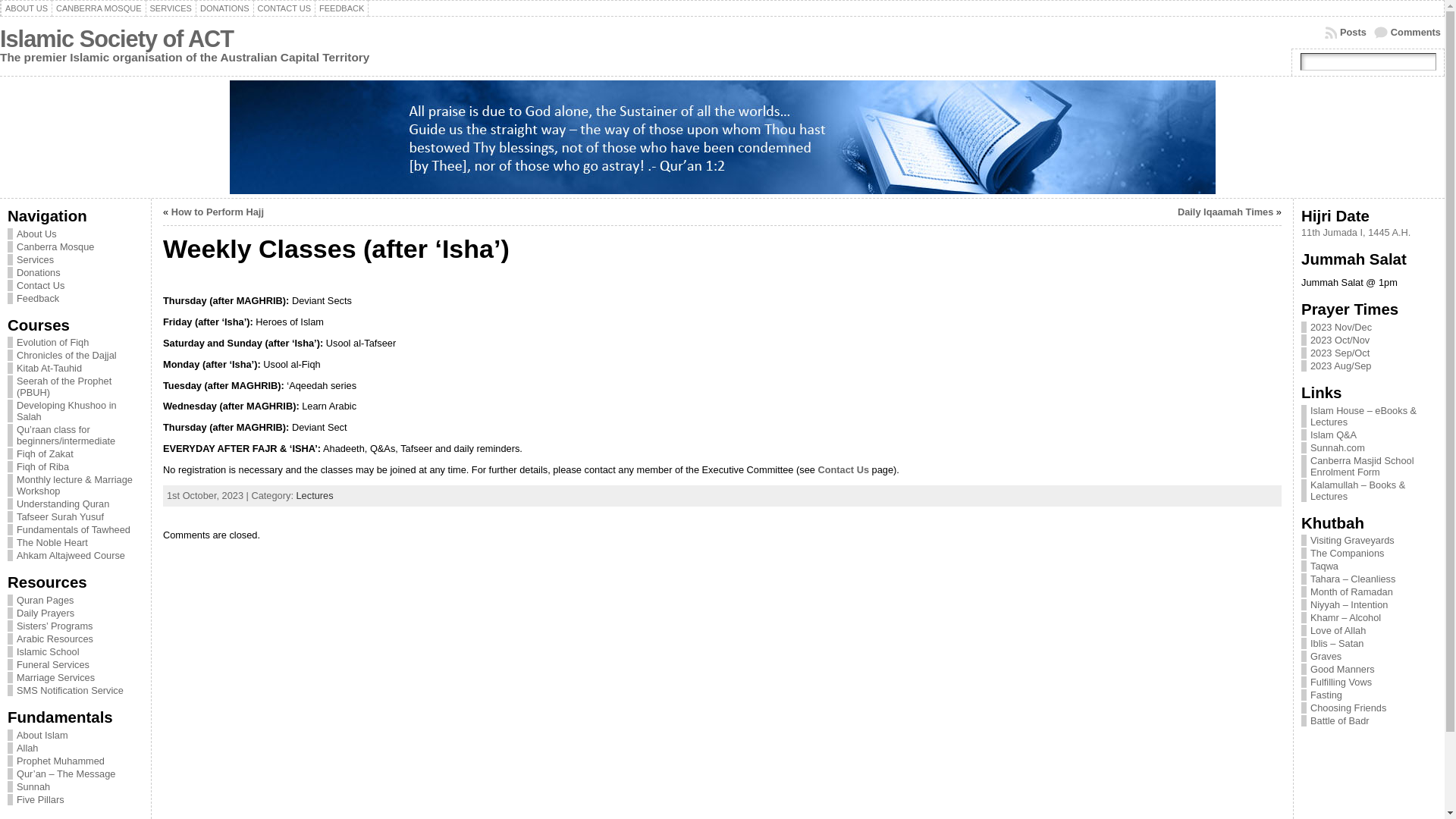  What do you see at coordinates (74, 529) in the screenshot?
I see `'Fundamentals of Tawheed'` at bounding box center [74, 529].